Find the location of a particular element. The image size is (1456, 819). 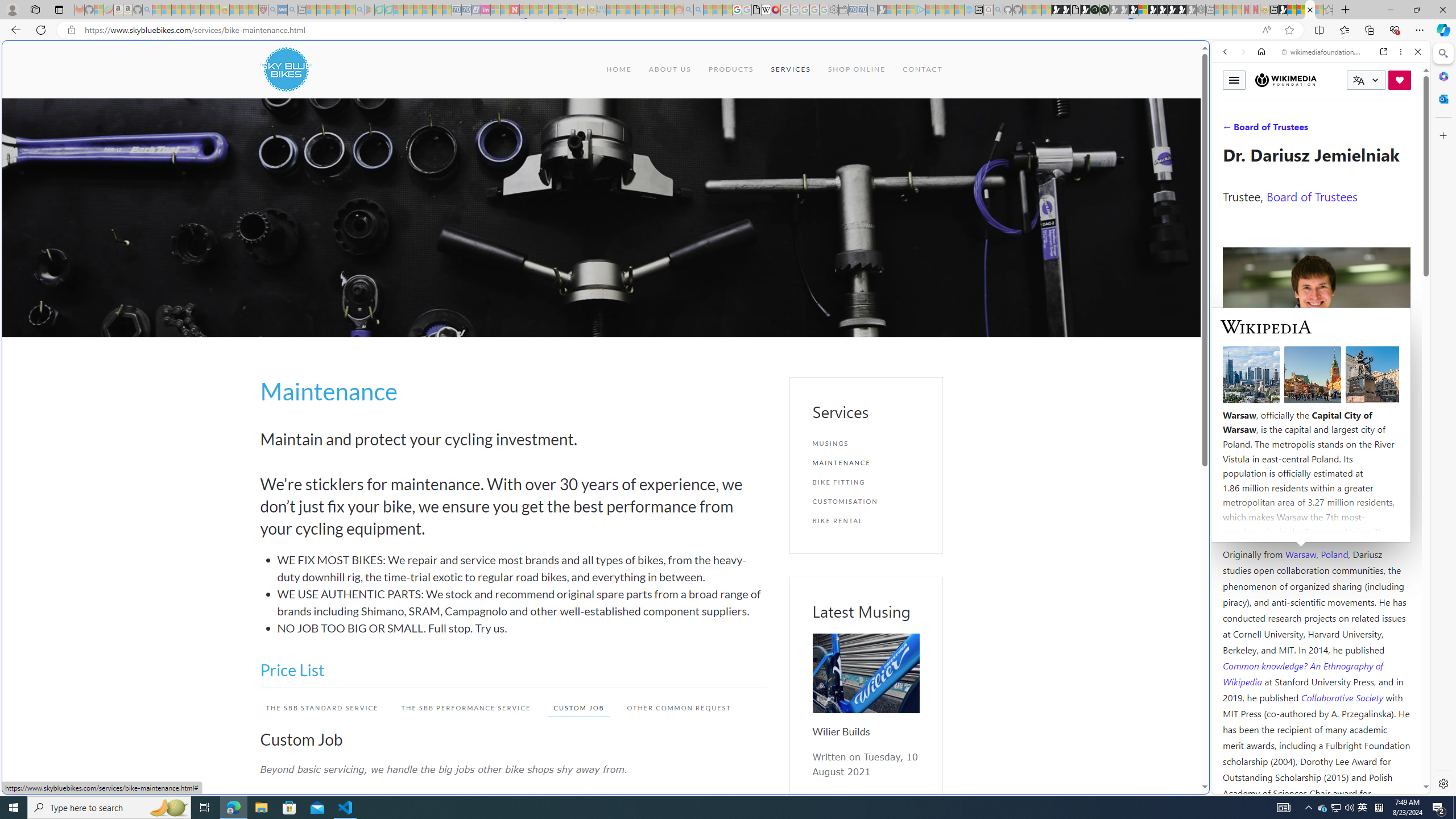

'Play Cave FRVR in your browser | Games from Microsoft Start' is located at coordinates (923, 242).